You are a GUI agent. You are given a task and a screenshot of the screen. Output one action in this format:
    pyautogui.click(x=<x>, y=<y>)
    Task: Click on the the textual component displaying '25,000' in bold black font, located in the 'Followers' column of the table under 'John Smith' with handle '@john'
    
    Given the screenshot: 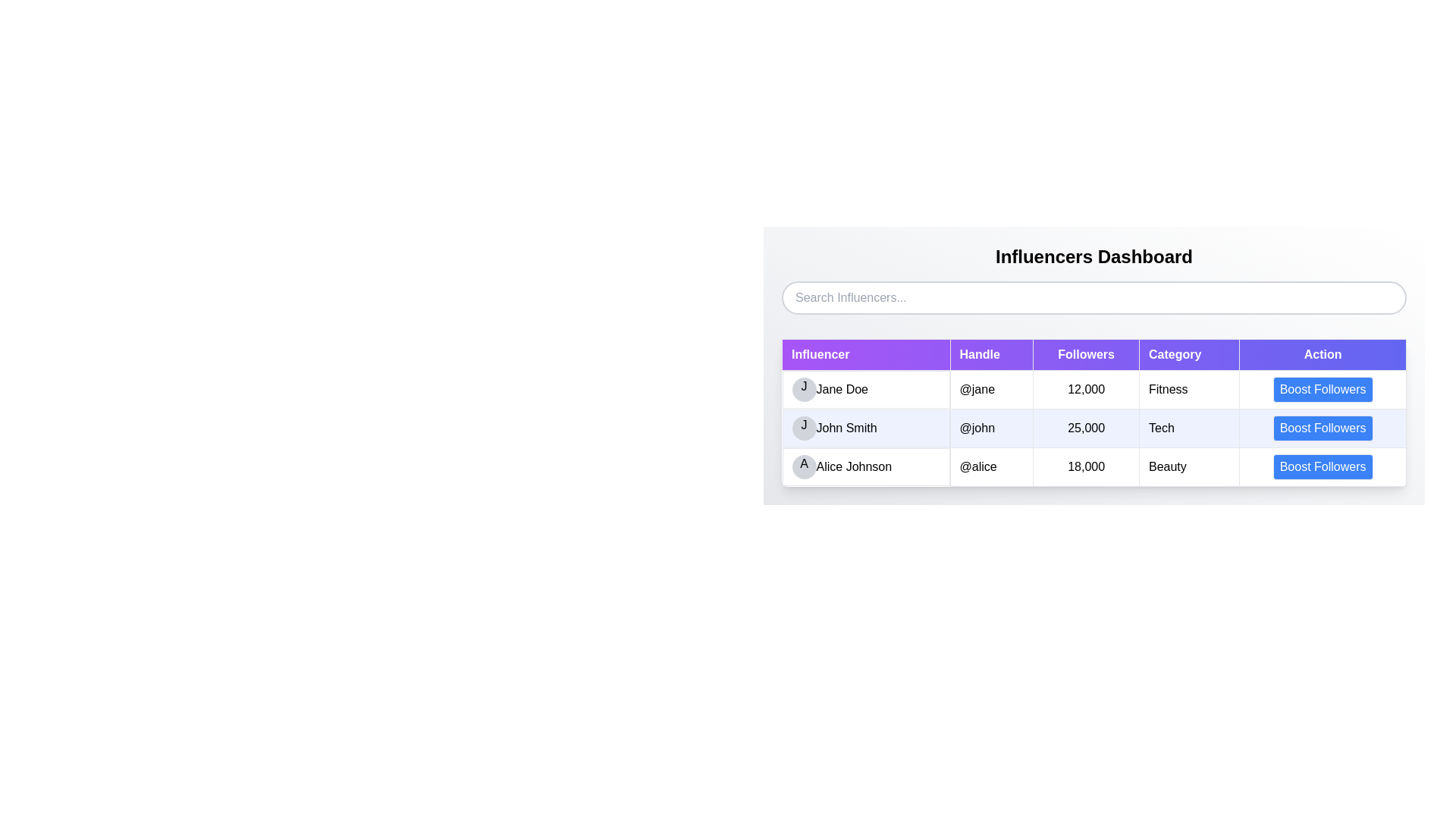 What is the action you would take?
    pyautogui.click(x=1085, y=428)
    